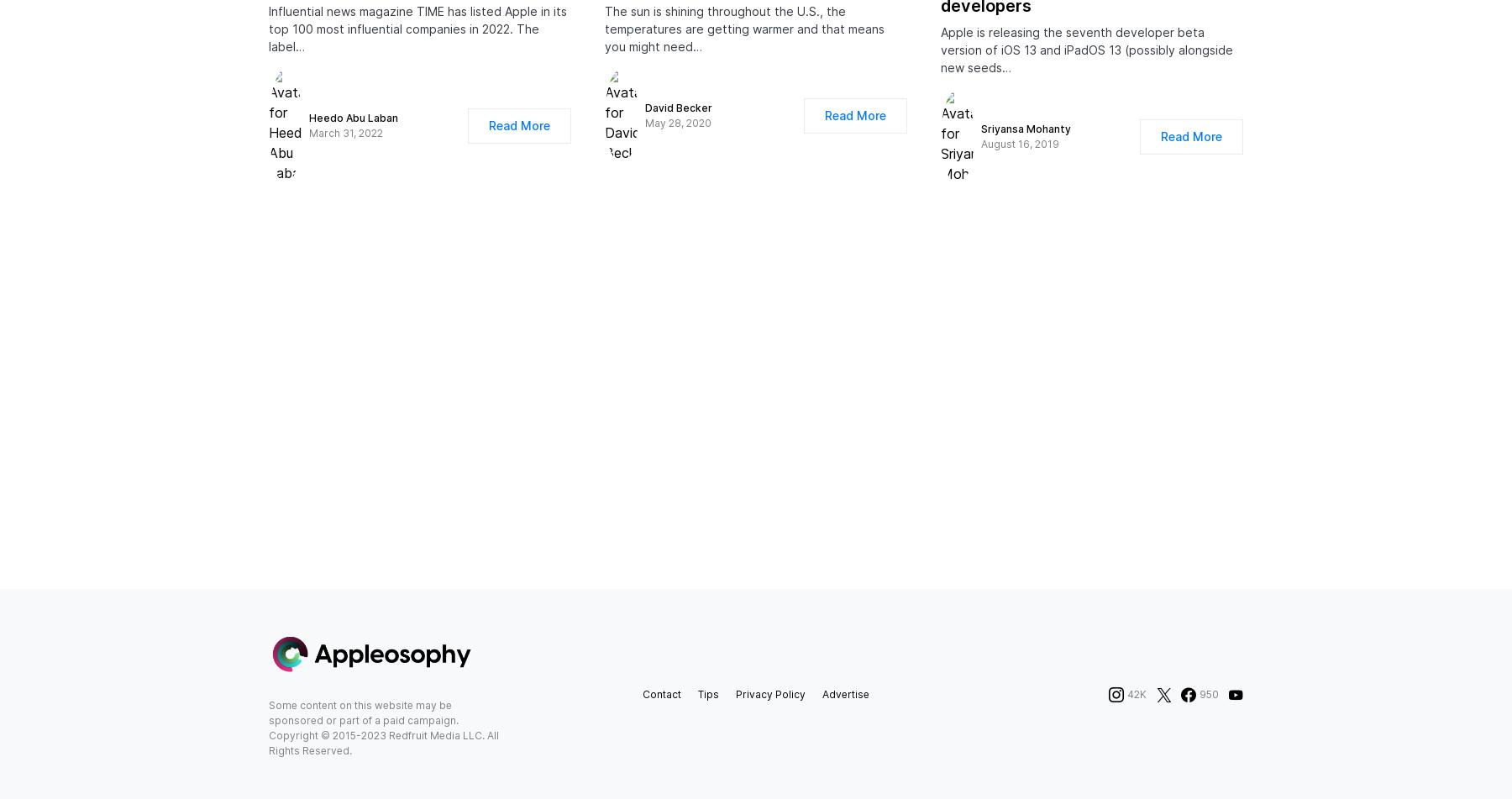 Image resolution: width=1512 pixels, height=799 pixels. Describe the element at coordinates (1136, 710) in the screenshot. I see `'42K'` at that location.